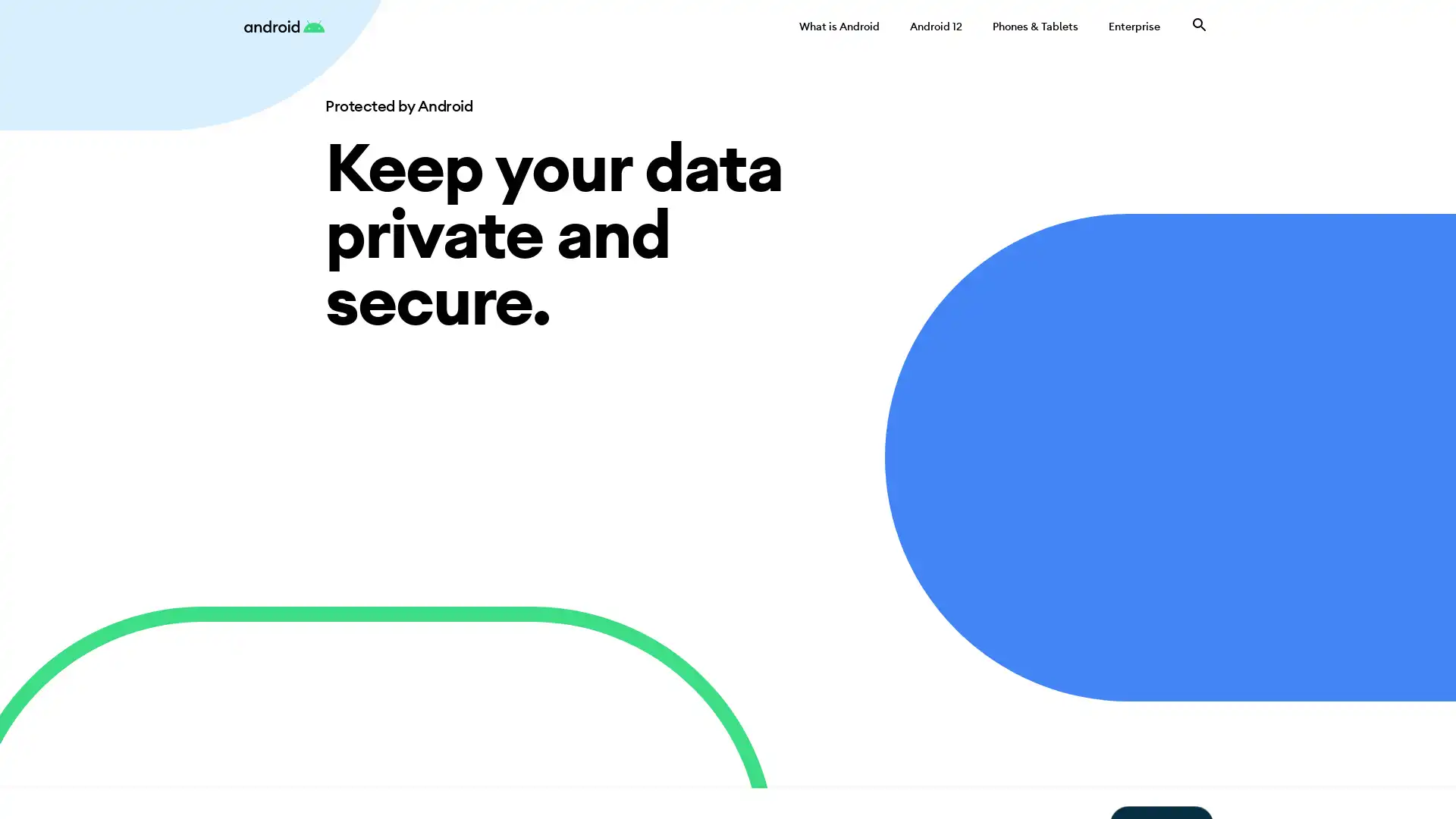 The width and height of the screenshot is (1456, 819). What do you see at coordinates (1199, 26) in the screenshot?
I see `Search` at bounding box center [1199, 26].